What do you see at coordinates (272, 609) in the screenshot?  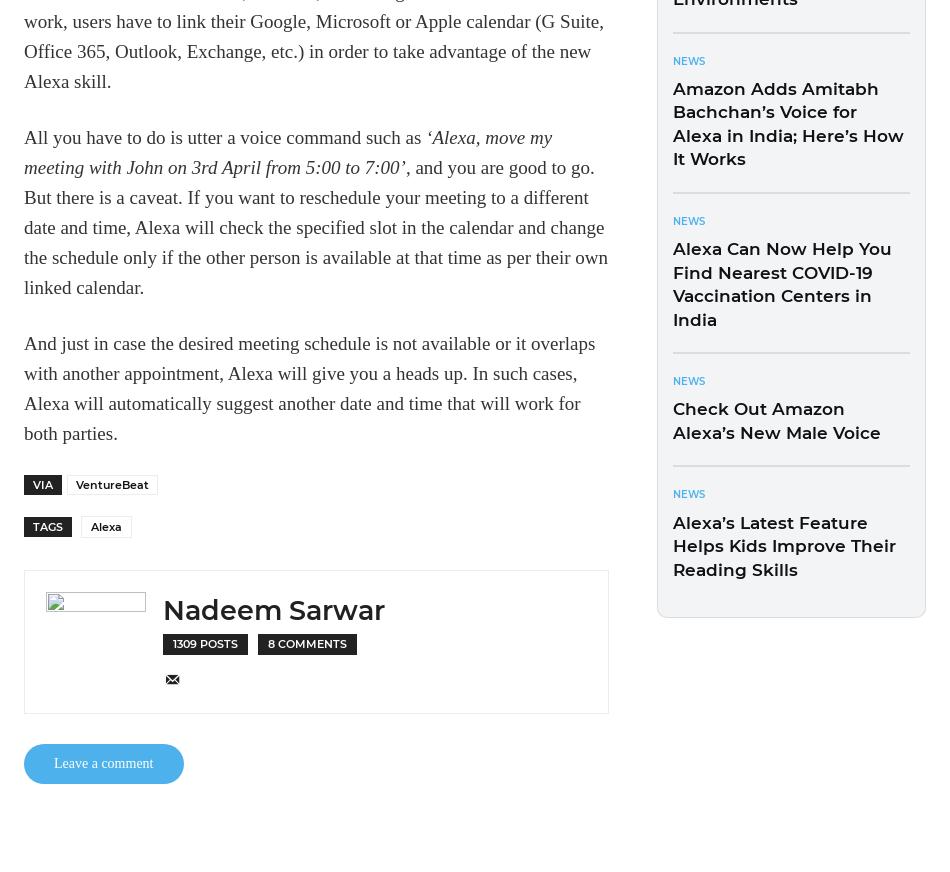 I see `'Nadeem Sarwar'` at bounding box center [272, 609].